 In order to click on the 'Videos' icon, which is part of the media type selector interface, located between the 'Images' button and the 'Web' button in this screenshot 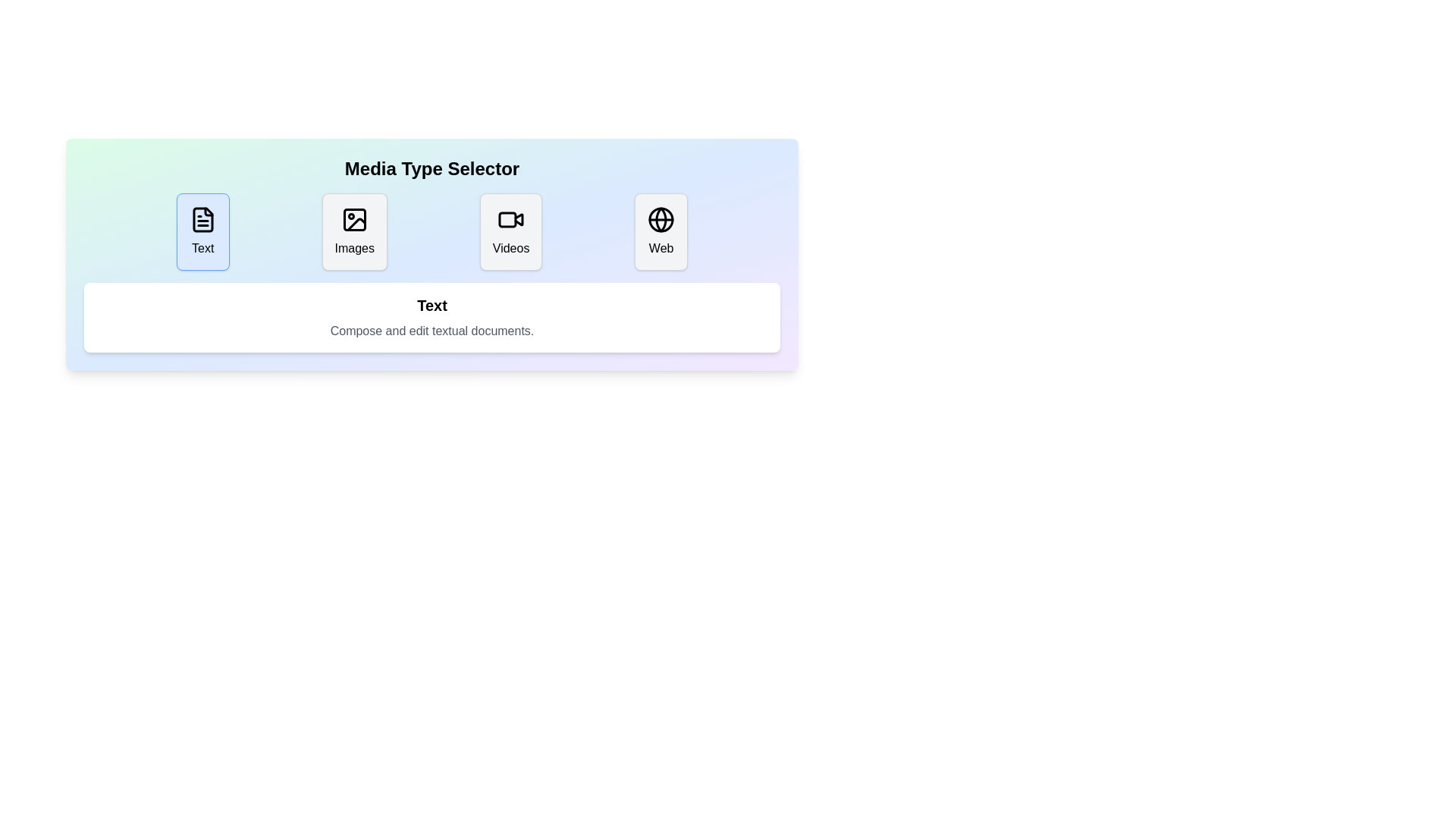, I will do `click(510, 219)`.